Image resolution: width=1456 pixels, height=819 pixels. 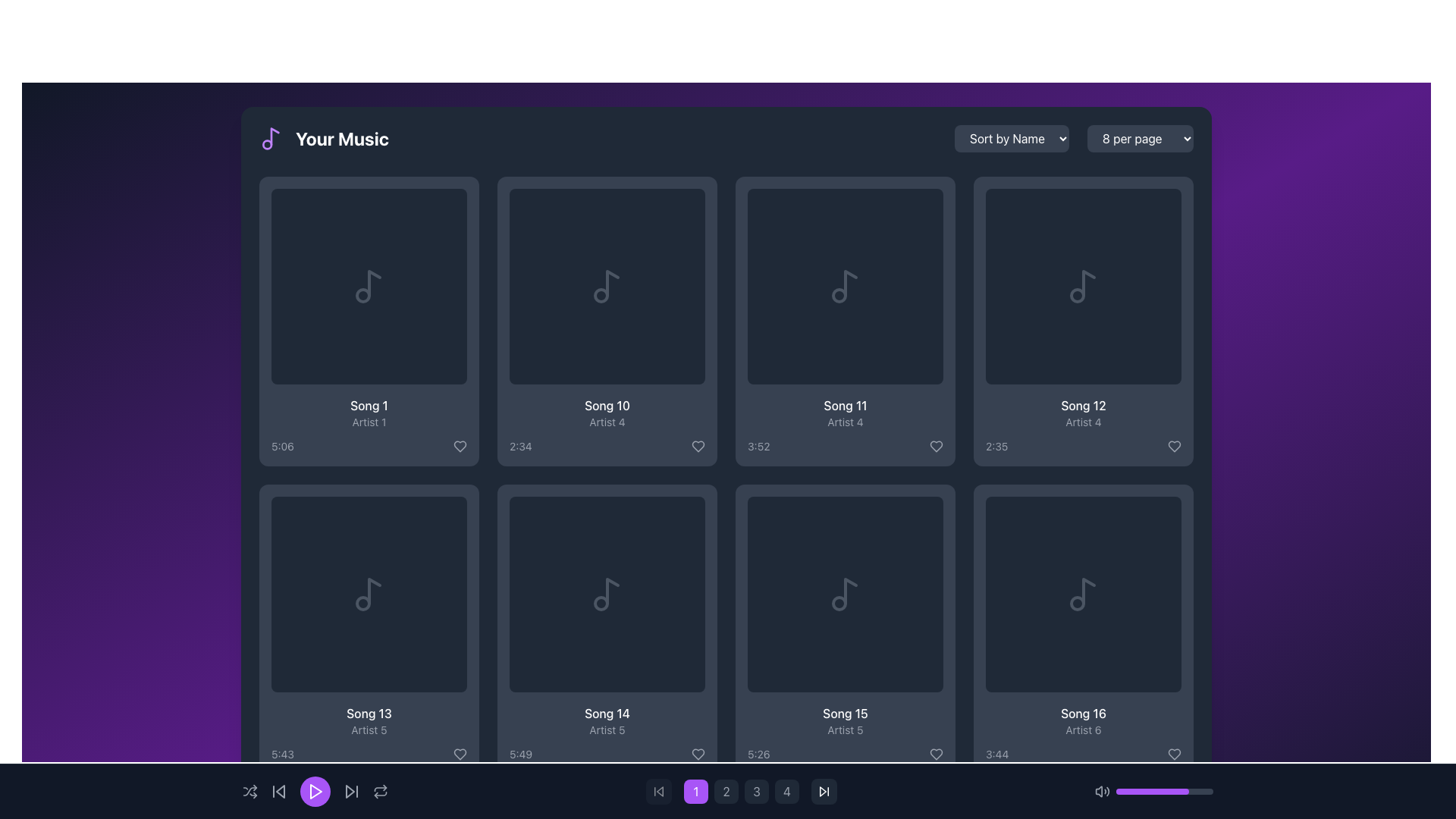 I want to click on the text label that displays the name of the song in the music library interface, located in the third row and third column of the grid layout, above the artist name and duration, so click(x=844, y=714).